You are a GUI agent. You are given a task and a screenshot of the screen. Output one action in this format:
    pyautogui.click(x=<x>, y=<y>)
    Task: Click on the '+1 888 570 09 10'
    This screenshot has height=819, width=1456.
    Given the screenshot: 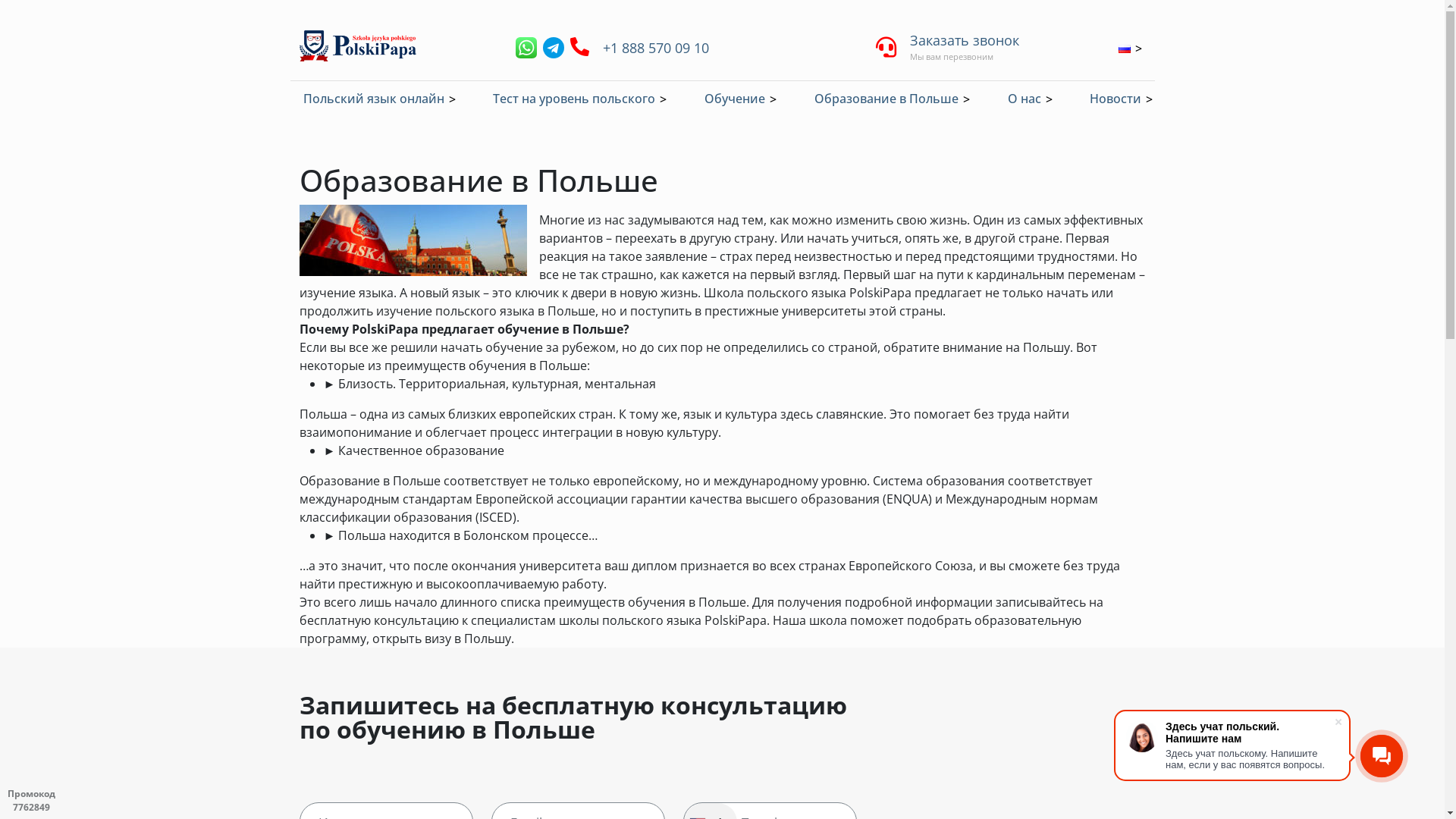 What is the action you would take?
    pyautogui.click(x=601, y=45)
    